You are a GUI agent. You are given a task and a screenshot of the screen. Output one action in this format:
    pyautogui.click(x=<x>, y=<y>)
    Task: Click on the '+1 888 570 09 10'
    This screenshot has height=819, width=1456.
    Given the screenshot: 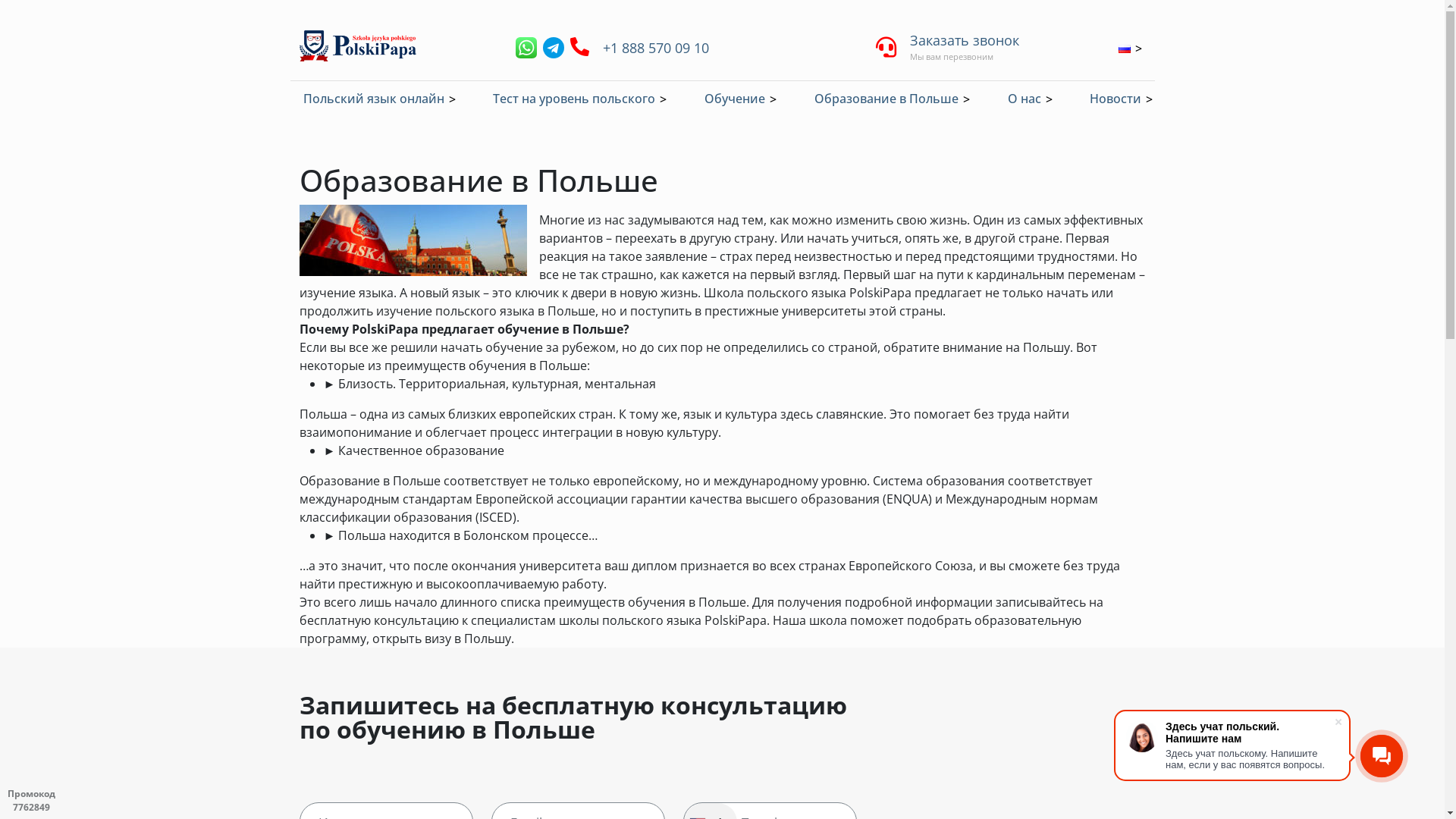 What is the action you would take?
    pyautogui.click(x=601, y=45)
    